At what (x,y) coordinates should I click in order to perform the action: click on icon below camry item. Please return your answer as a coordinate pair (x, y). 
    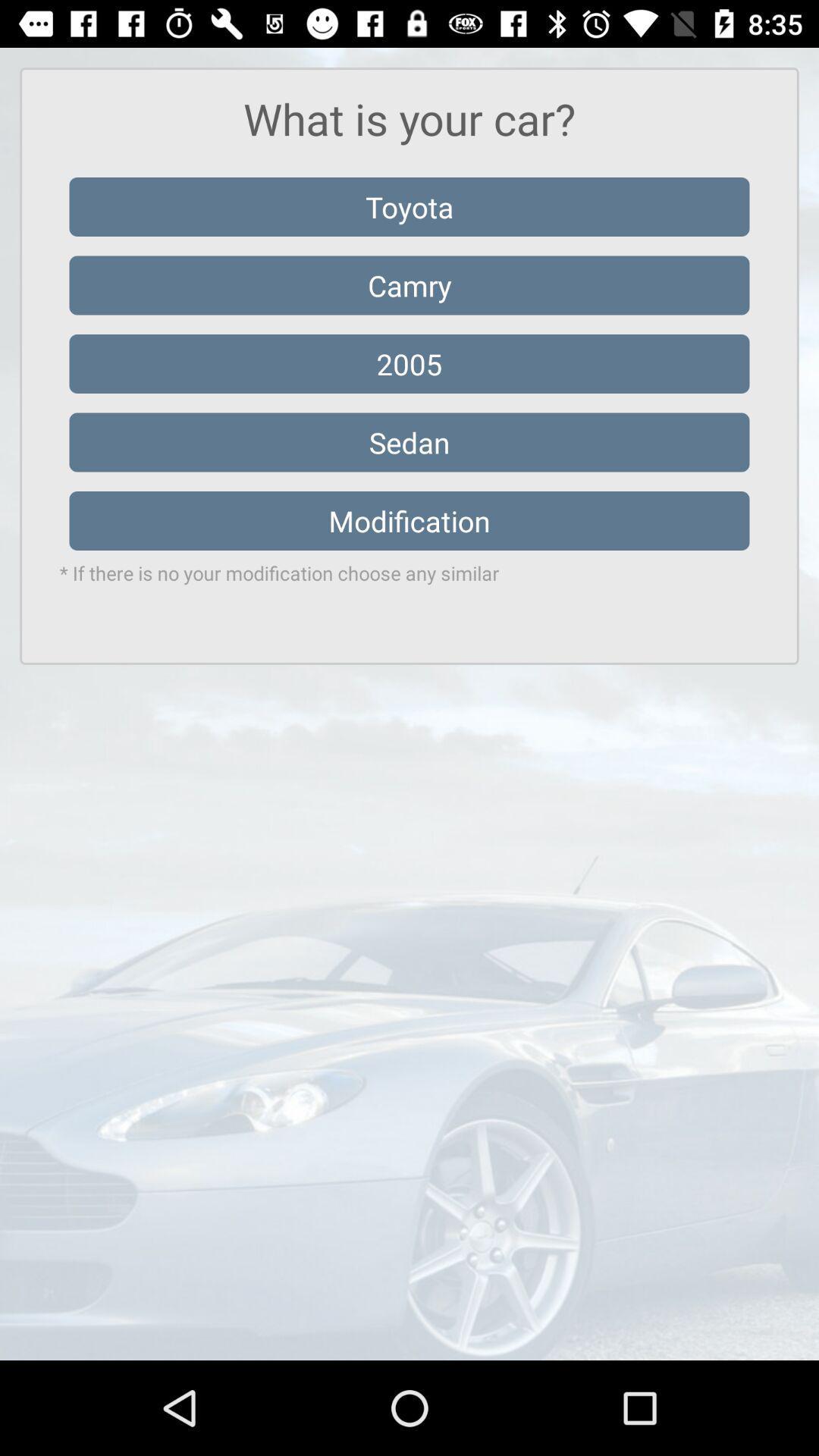
    Looking at the image, I should click on (409, 364).